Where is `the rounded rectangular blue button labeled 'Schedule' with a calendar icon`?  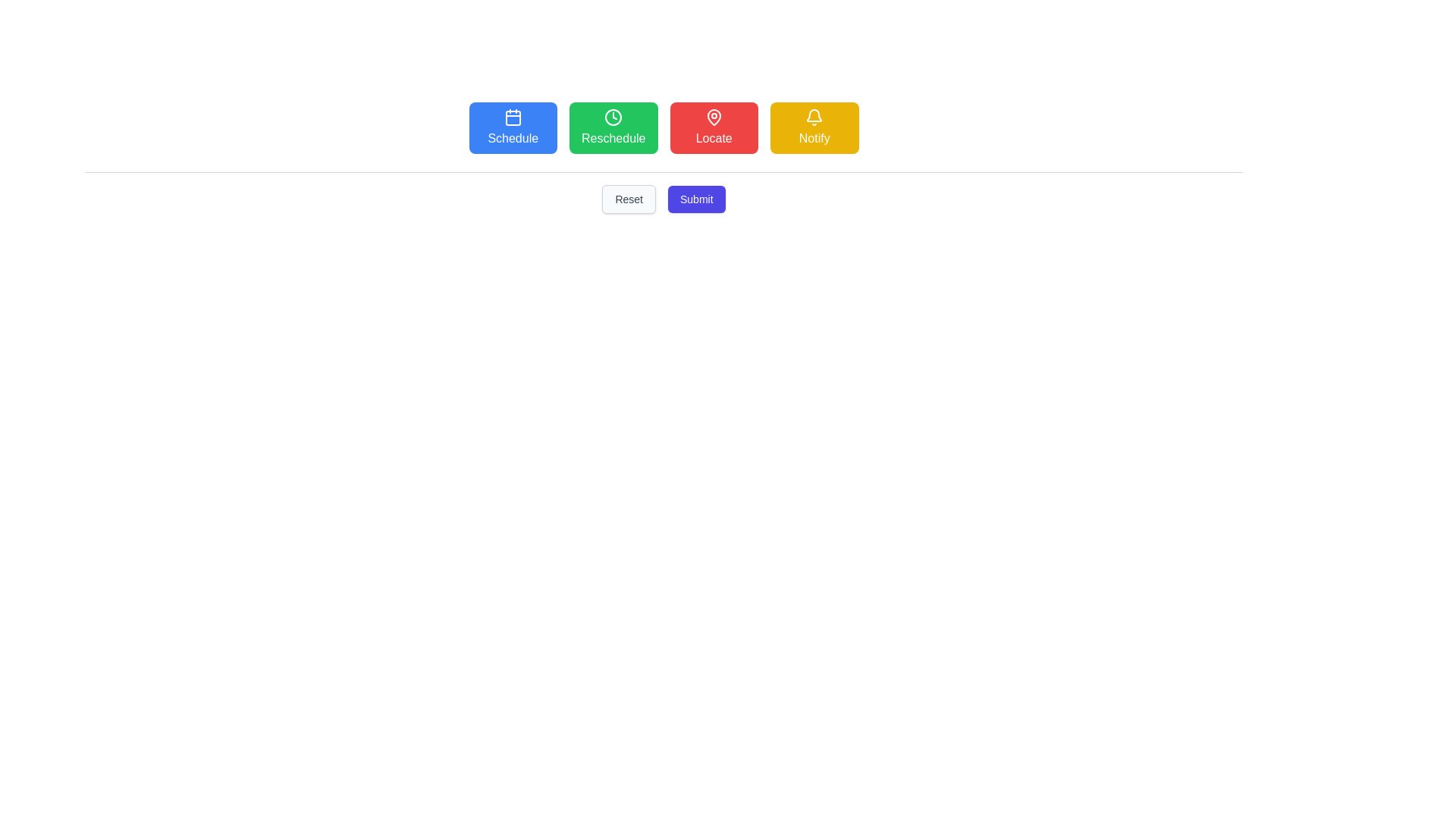
the rounded rectangular blue button labeled 'Schedule' with a calendar icon is located at coordinates (513, 127).